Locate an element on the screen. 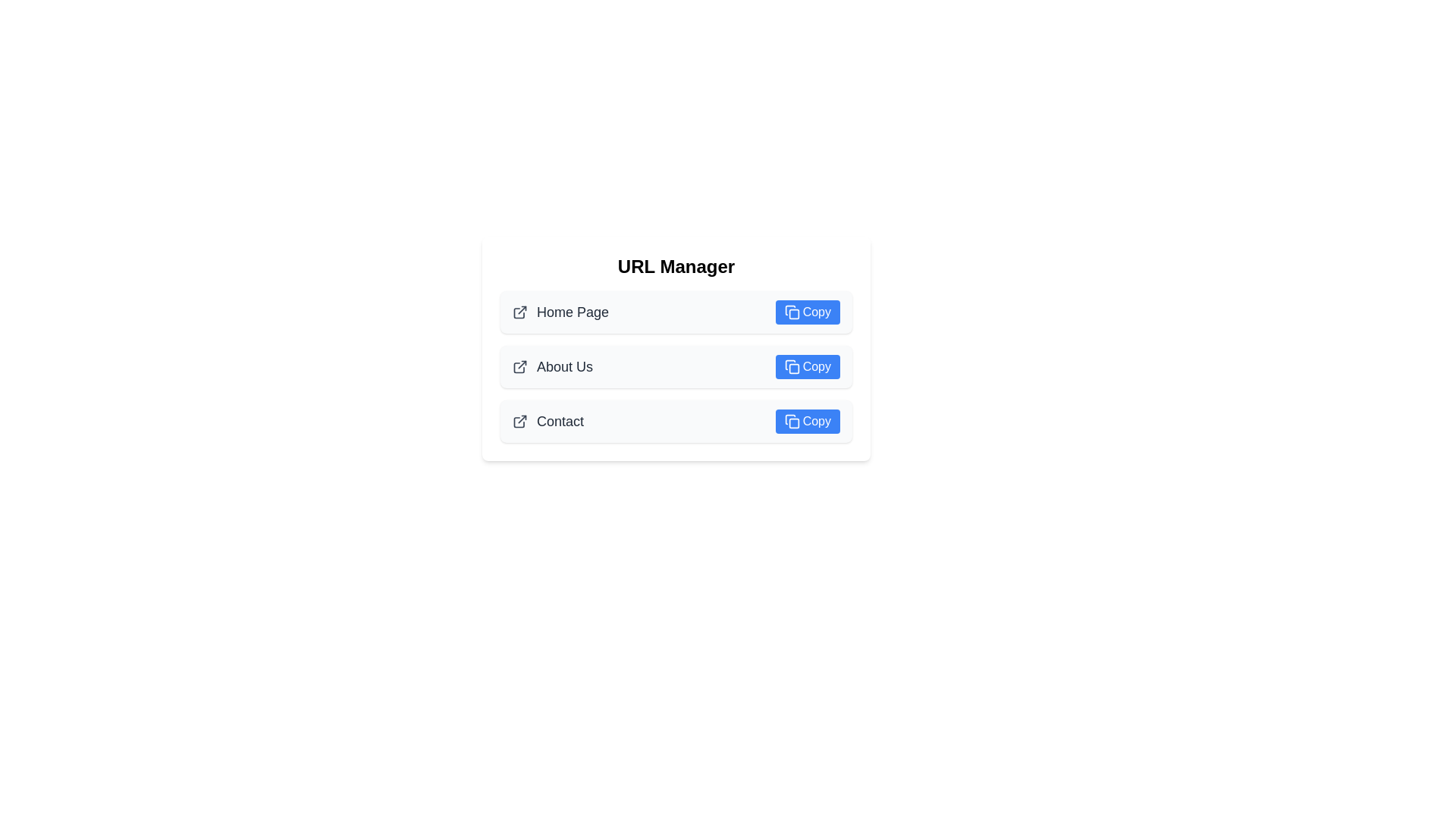 Image resolution: width=1456 pixels, height=819 pixels. the Static text element (Heading) that serves as the title for the section, which is centrally located above other content is located at coordinates (676, 265).